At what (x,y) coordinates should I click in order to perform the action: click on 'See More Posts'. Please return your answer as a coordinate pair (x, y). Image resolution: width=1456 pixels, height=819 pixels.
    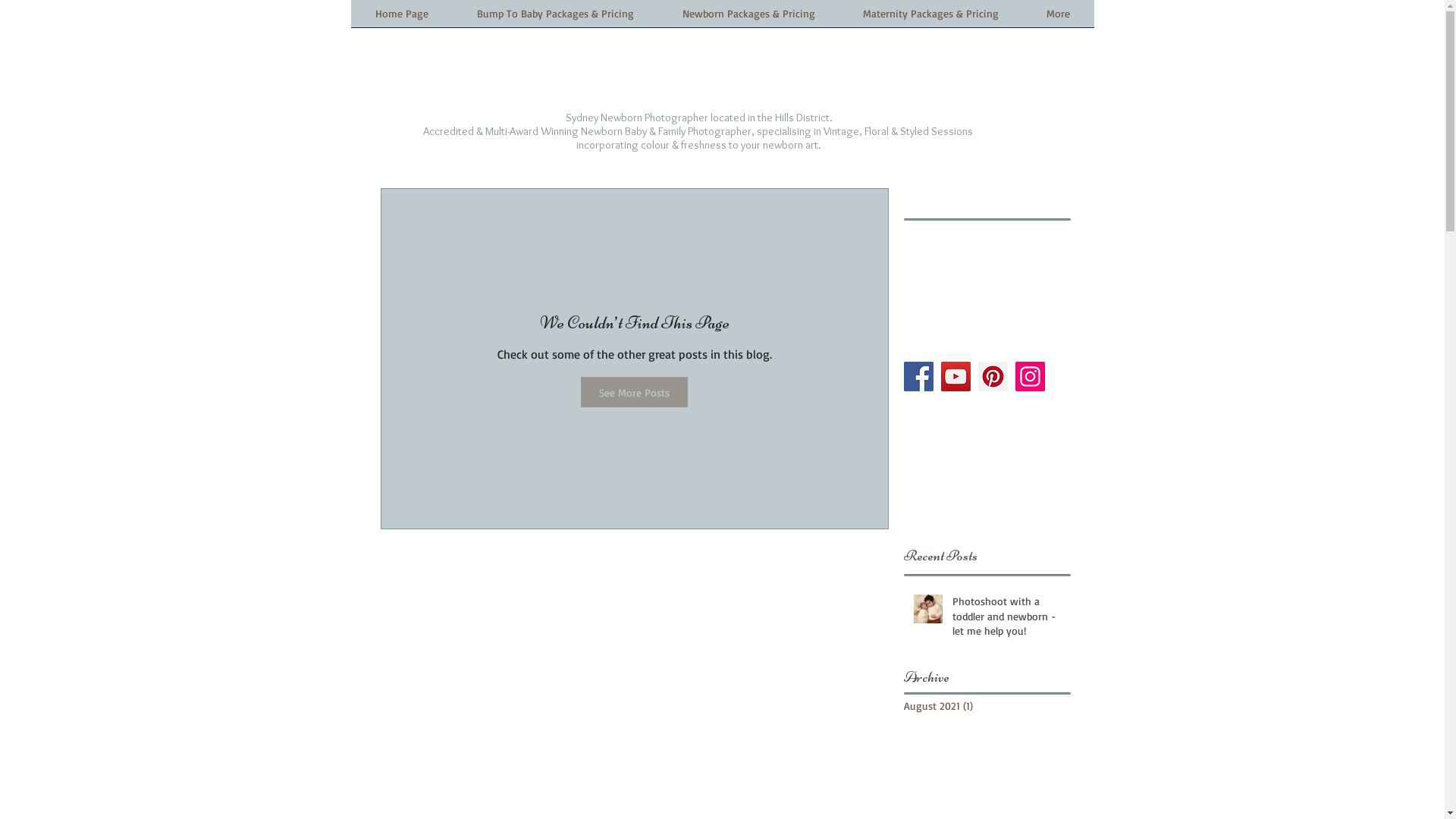
    Looking at the image, I should click on (634, 391).